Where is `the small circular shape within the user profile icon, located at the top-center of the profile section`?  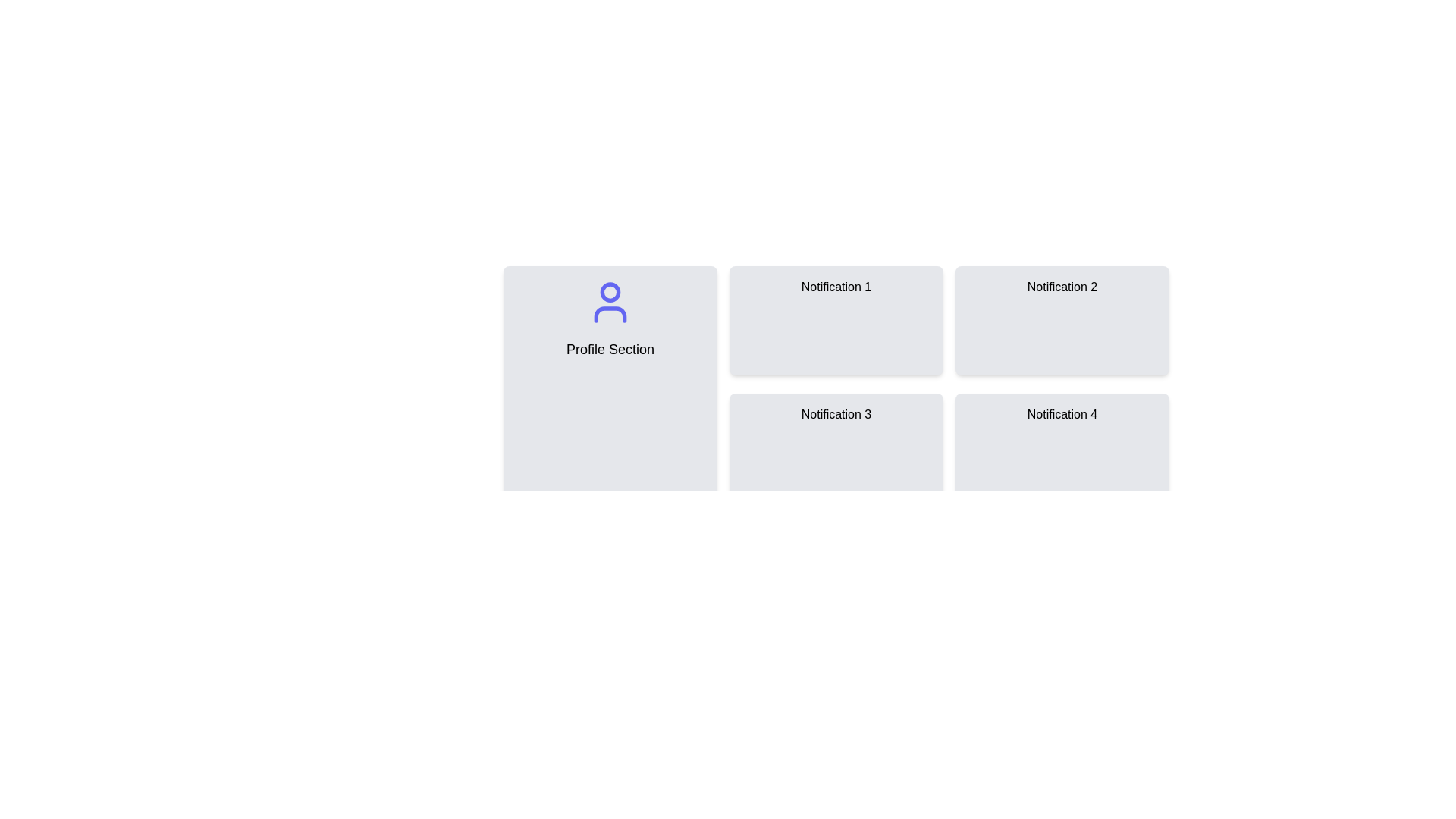 the small circular shape within the user profile icon, located at the top-center of the profile section is located at coordinates (610, 292).